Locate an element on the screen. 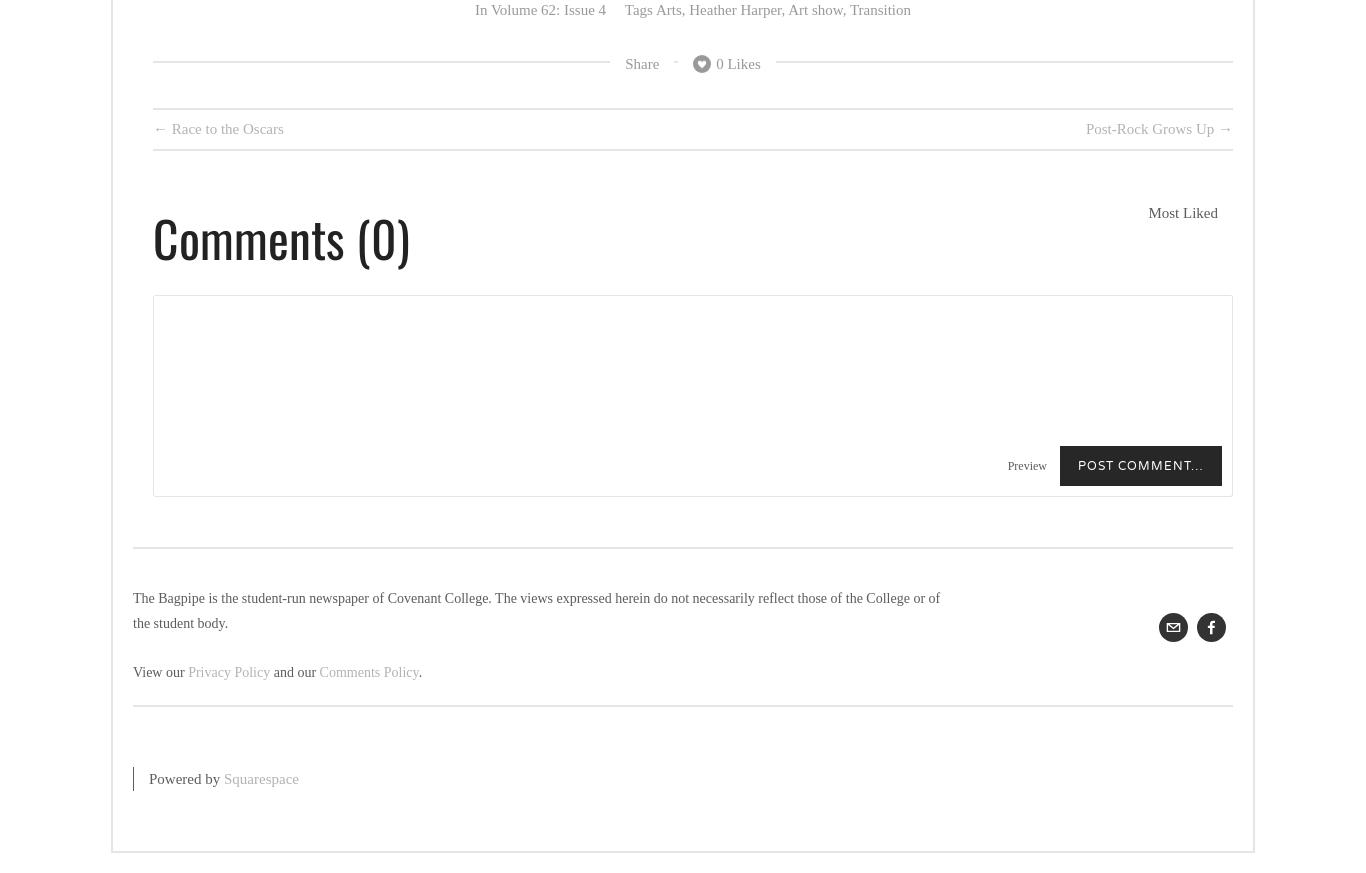 The image size is (1366, 873). 'and our' is located at coordinates (270, 672).